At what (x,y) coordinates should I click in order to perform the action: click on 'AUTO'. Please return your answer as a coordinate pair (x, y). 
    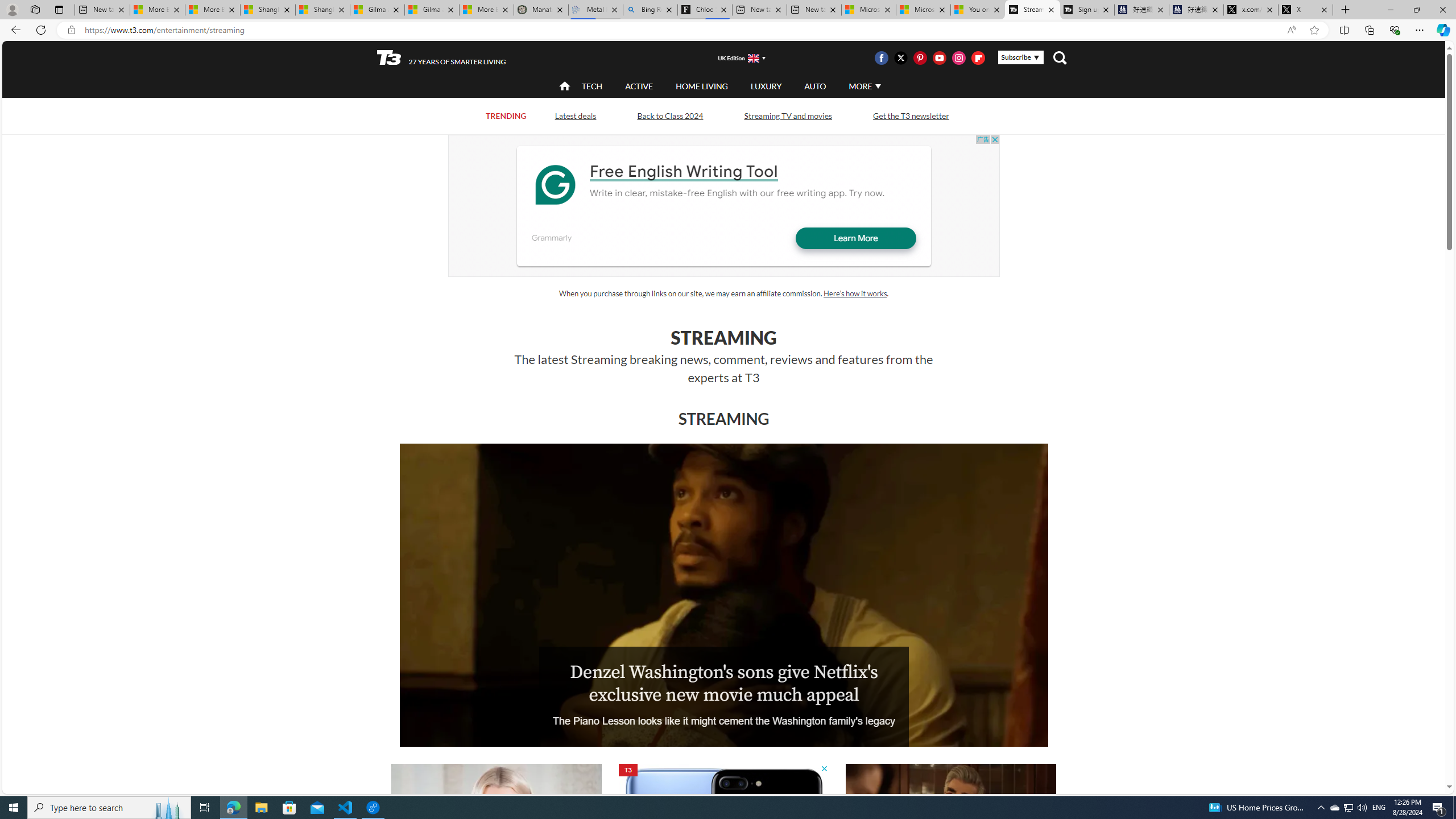
    Looking at the image, I should click on (814, 85).